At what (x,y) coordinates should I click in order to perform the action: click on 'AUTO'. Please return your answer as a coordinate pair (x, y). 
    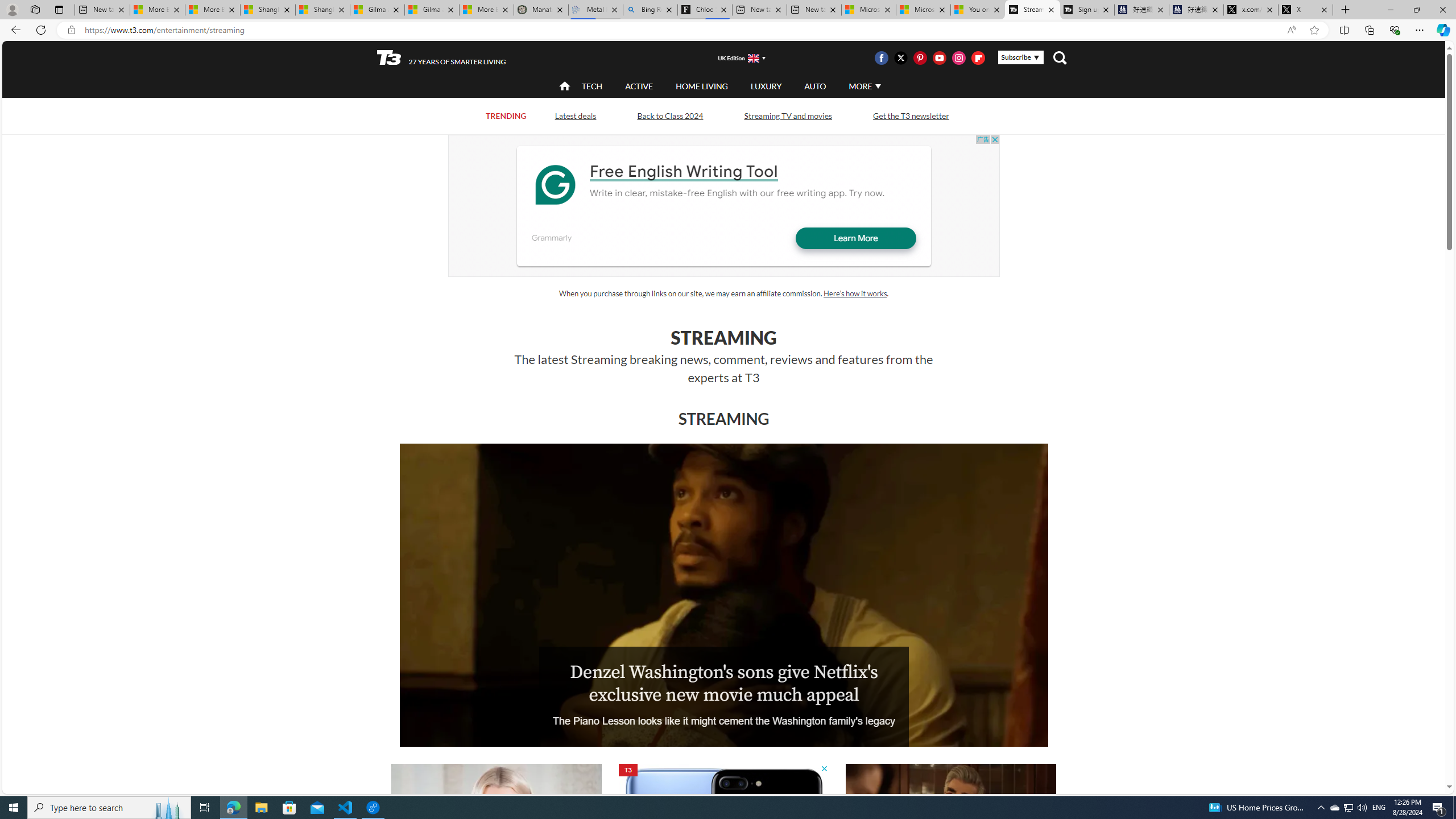
    Looking at the image, I should click on (814, 85).